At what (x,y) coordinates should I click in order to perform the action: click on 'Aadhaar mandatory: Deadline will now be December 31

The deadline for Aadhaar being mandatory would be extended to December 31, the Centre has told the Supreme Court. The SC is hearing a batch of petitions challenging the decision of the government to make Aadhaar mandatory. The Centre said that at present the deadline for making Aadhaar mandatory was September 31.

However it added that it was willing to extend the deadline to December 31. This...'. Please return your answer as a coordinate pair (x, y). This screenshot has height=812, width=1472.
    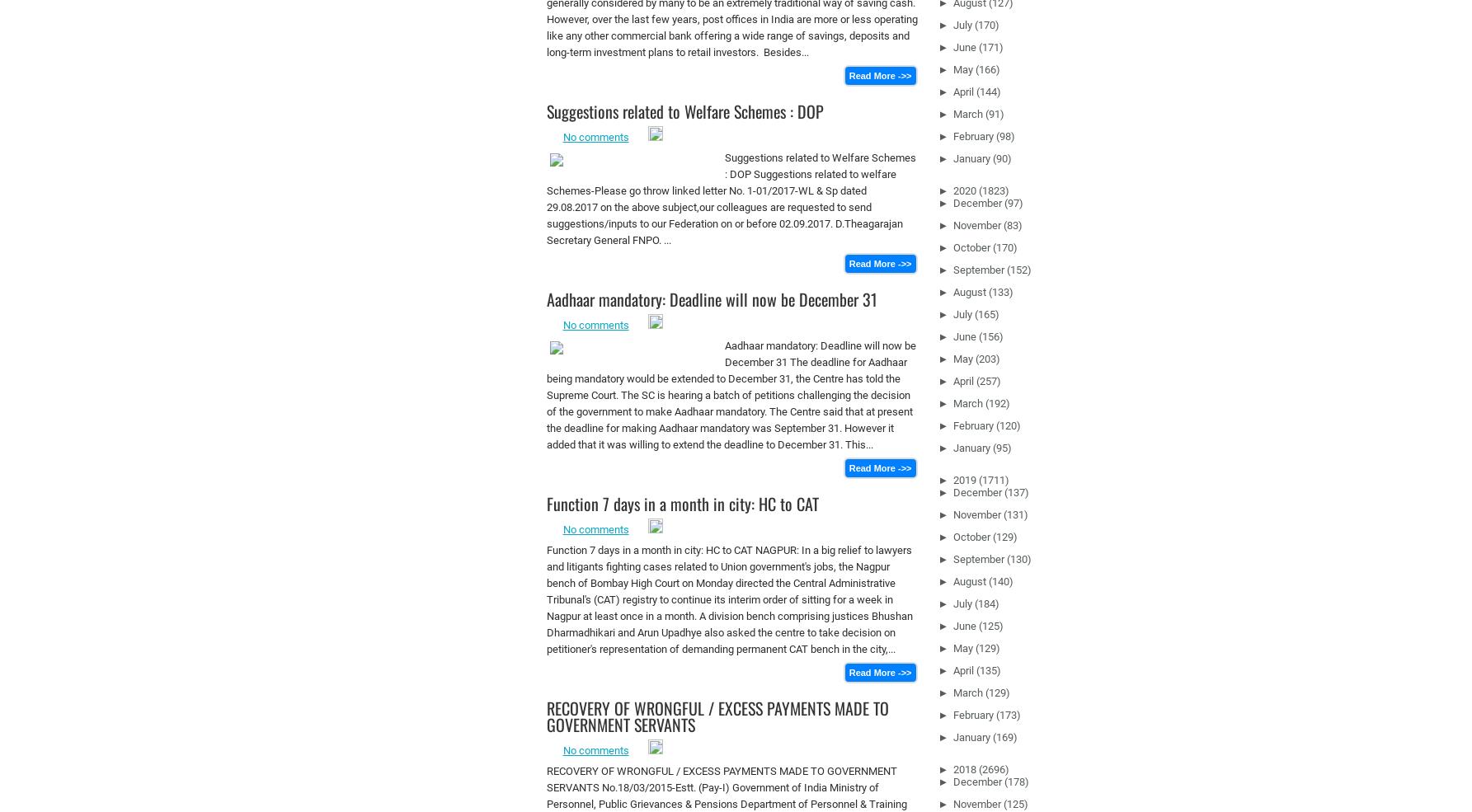
    Looking at the image, I should click on (545, 394).